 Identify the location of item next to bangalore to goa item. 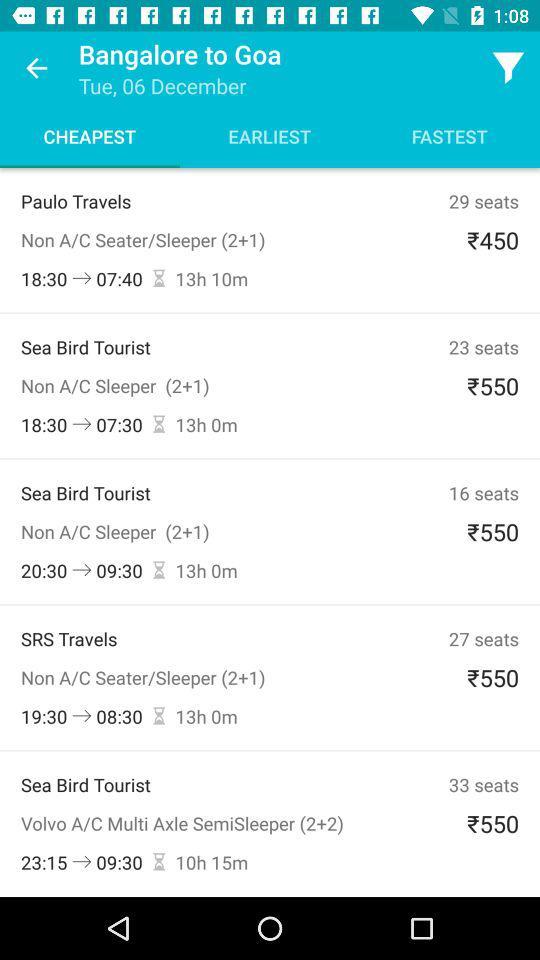
(36, 68).